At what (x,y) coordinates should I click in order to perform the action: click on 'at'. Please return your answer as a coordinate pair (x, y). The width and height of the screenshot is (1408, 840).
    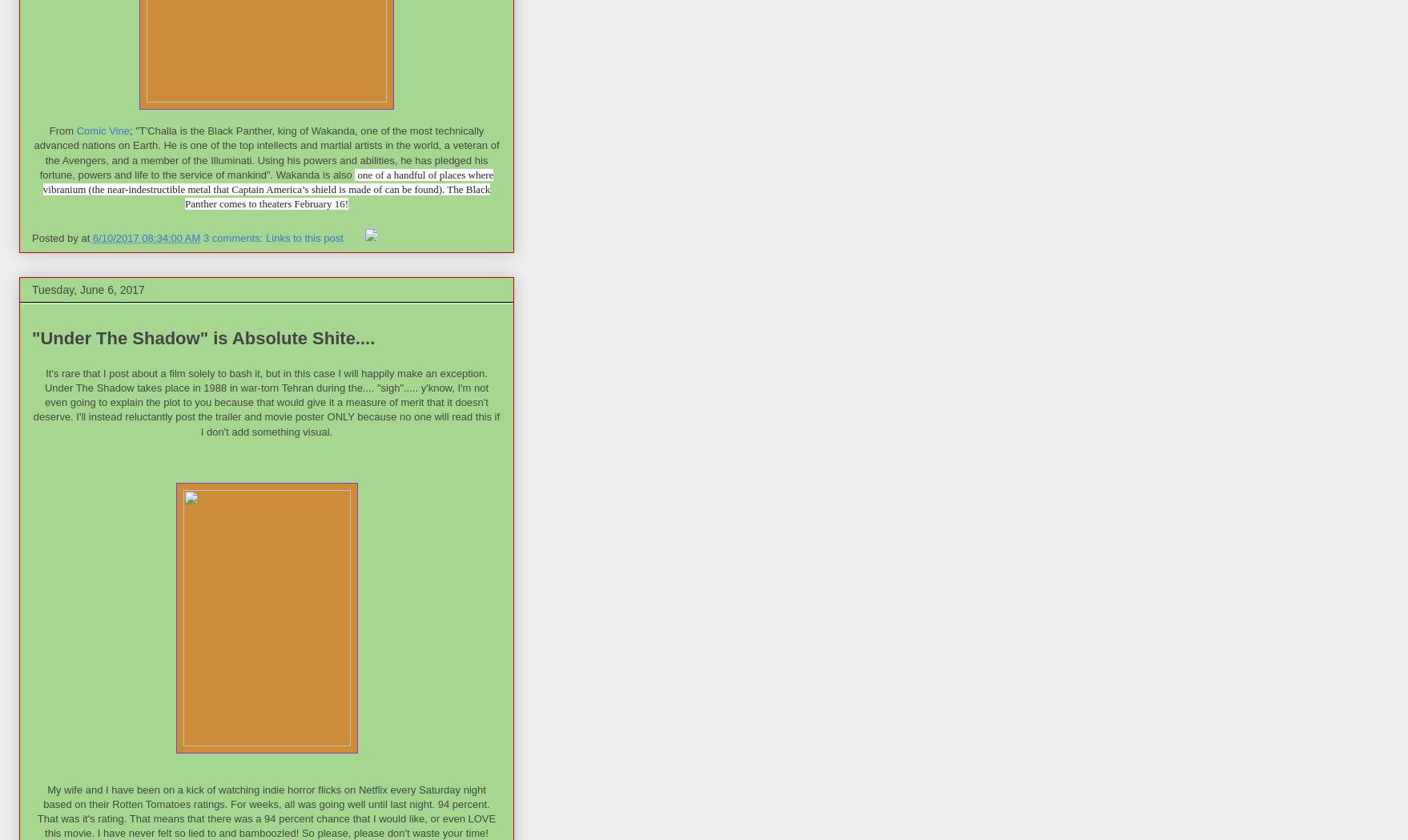
    Looking at the image, I should click on (81, 237).